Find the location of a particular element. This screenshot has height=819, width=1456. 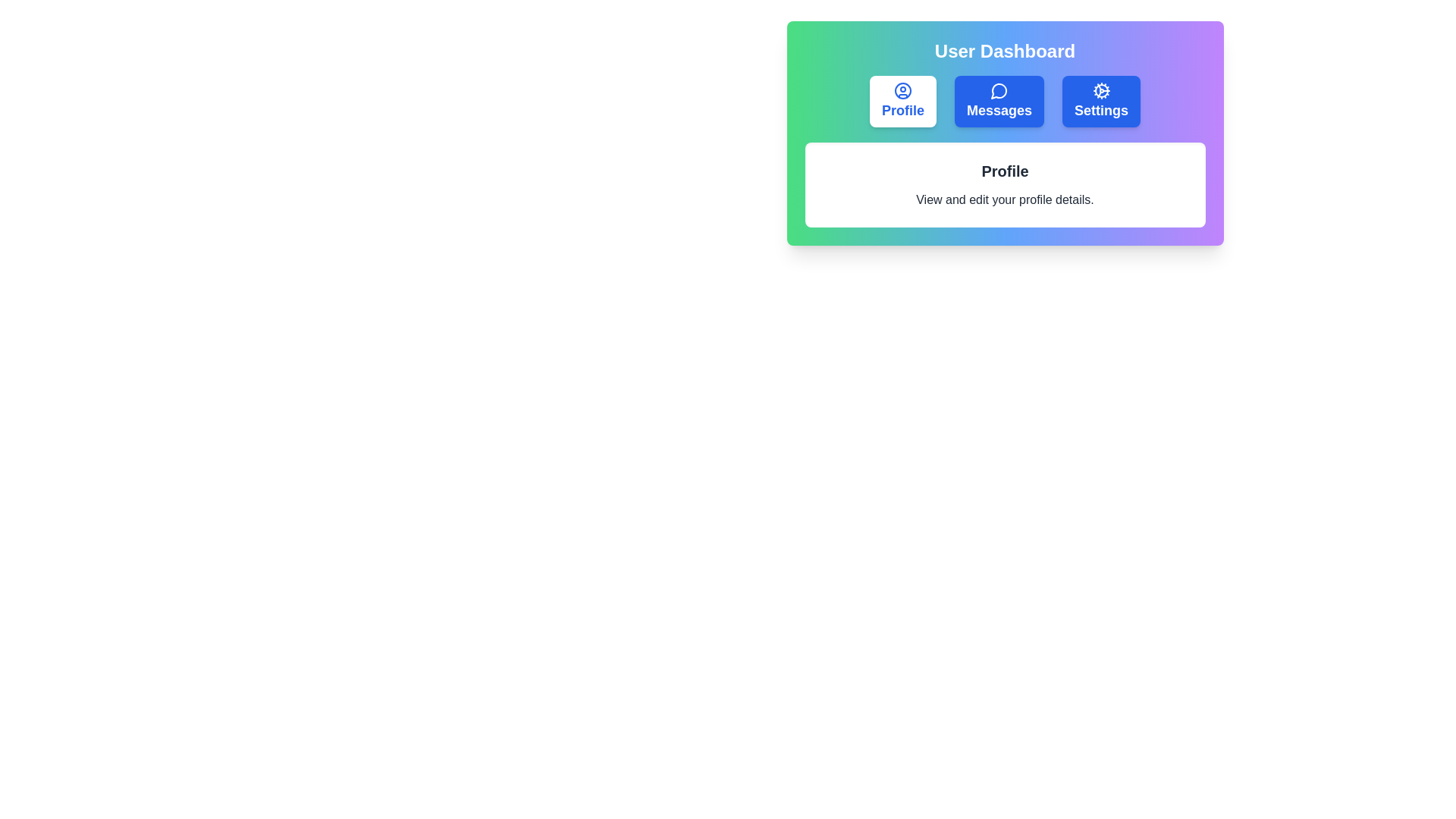

and drop the 'Messages' button icon located at the center of the User Dashboard card is located at coordinates (999, 90).